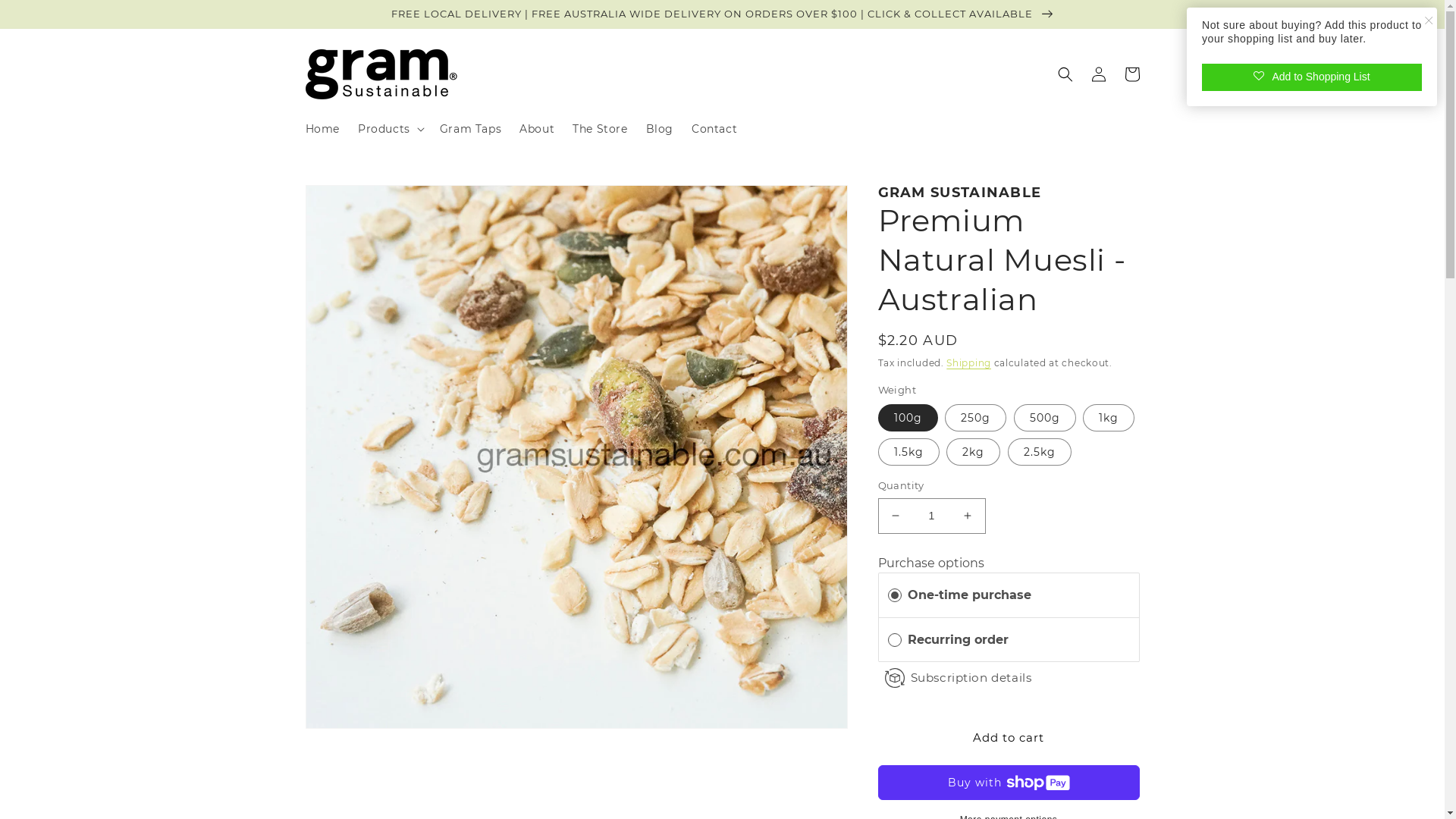 Image resolution: width=1456 pixels, height=819 pixels. What do you see at coordinates (537, 127) in the screenshot?
I see `'About'` at bounding box center [537, 127].